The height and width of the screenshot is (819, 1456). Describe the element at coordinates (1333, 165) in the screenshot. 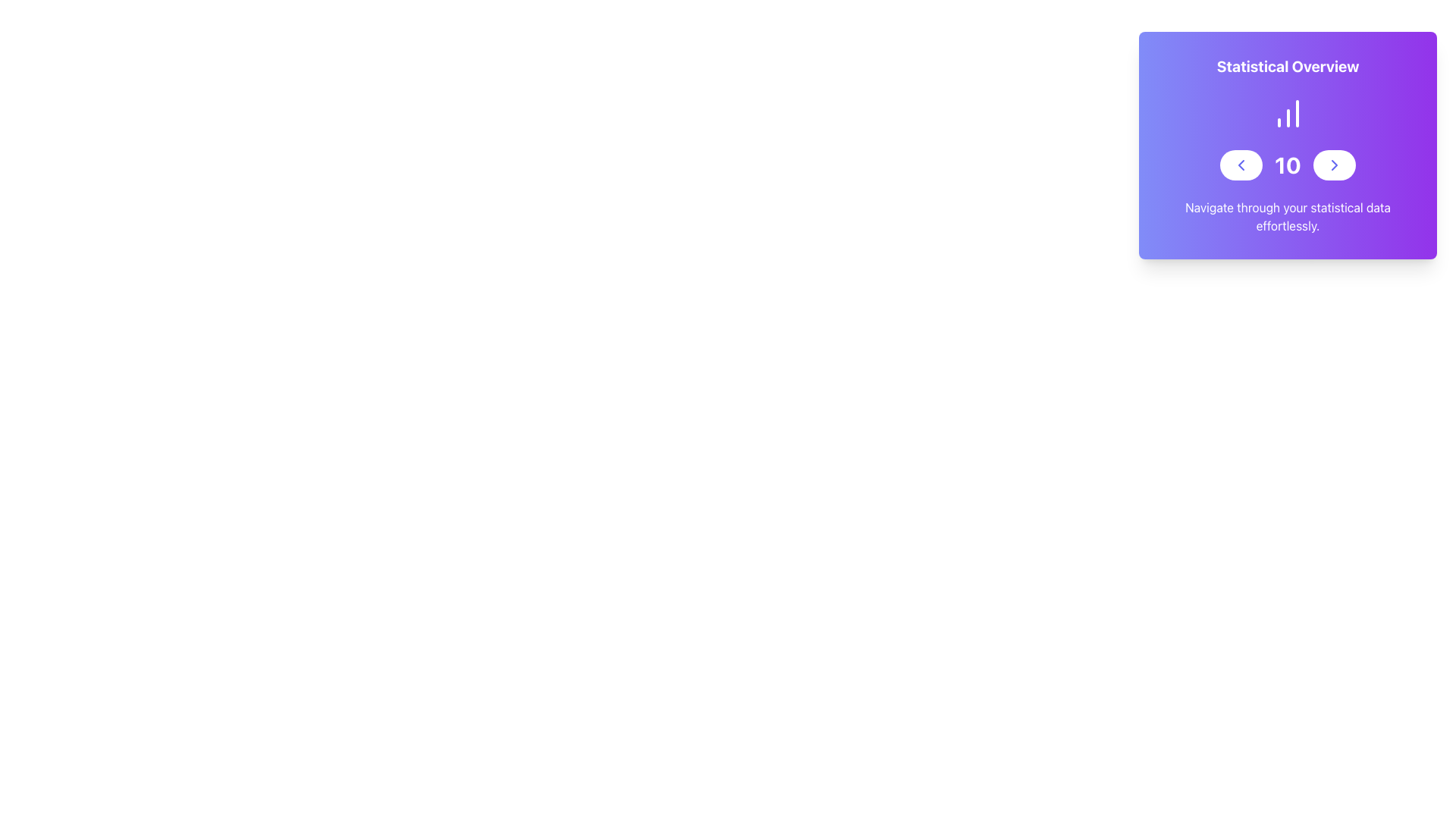

I see `the circular button with a white background and an indigo rightward chevron icon` at that location.